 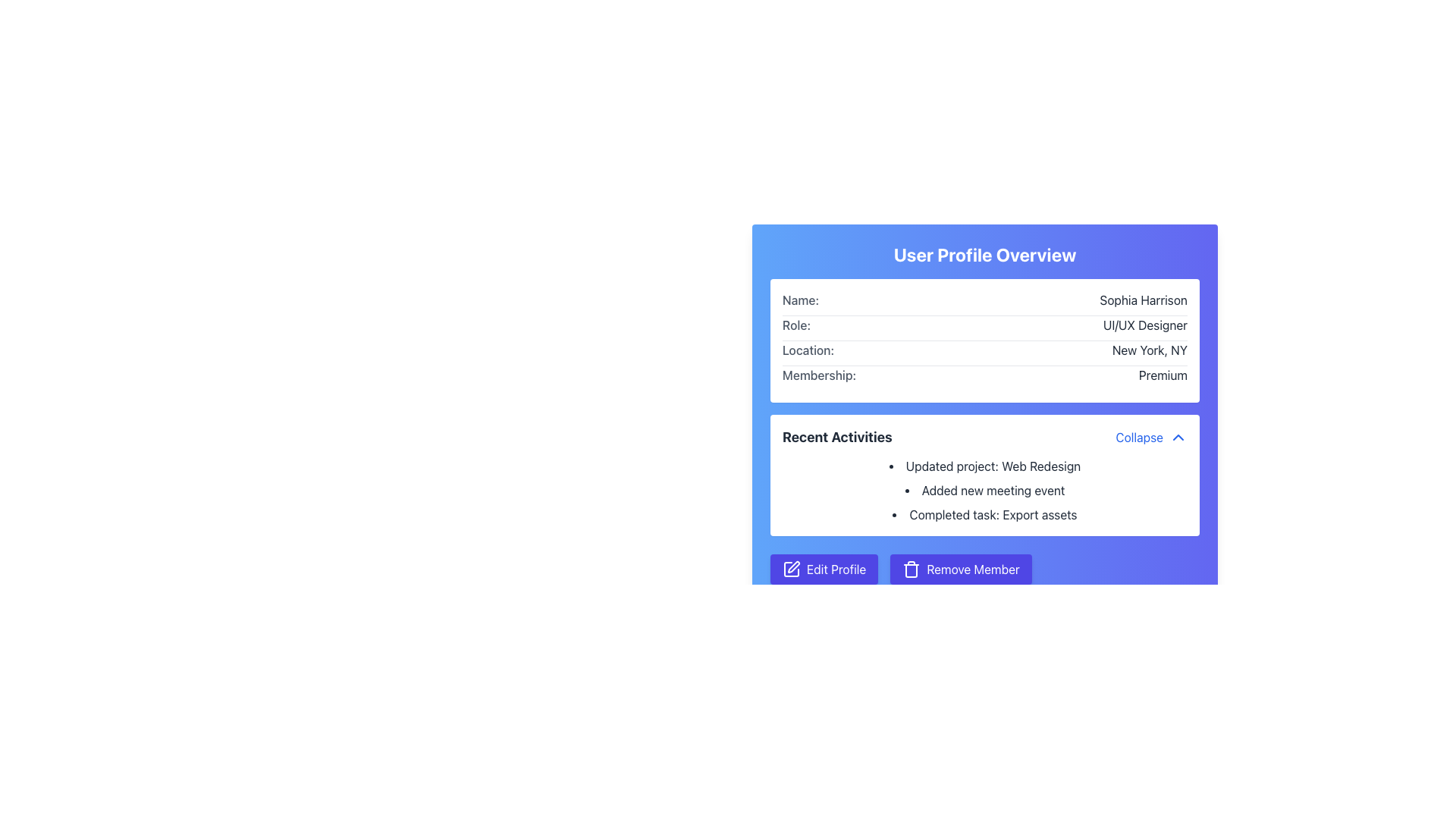 What do you see at coordinates (1145, 324) in the screenshot?
I see `the Text Label displaying 'UI/UX Designer' in the user profile interface, which is aligned to the right of the 'Role:' label` at bounding box center [1145, 324].